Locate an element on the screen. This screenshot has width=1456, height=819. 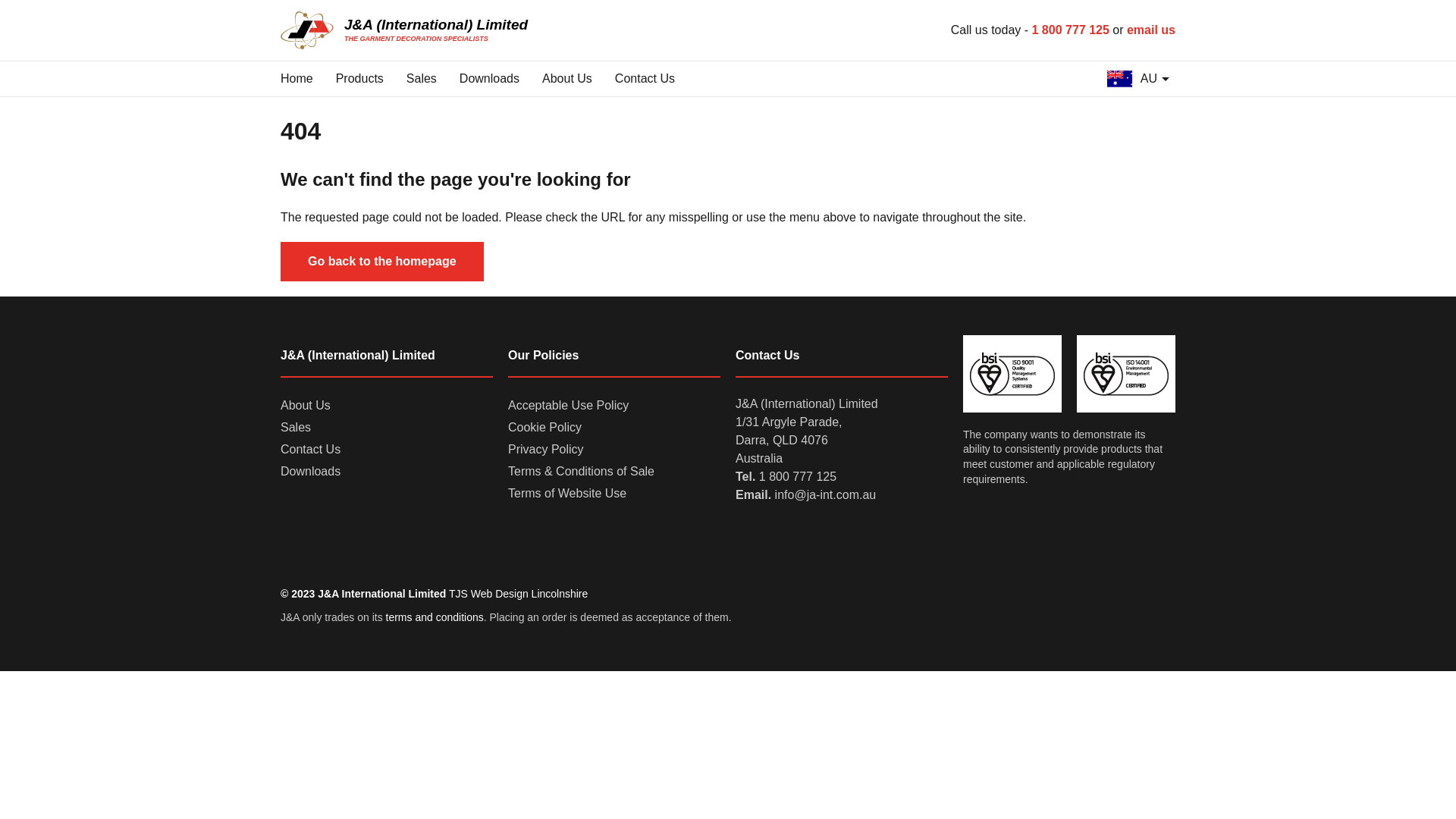
'Privacy Policy' is located at coordinates (546, 449).